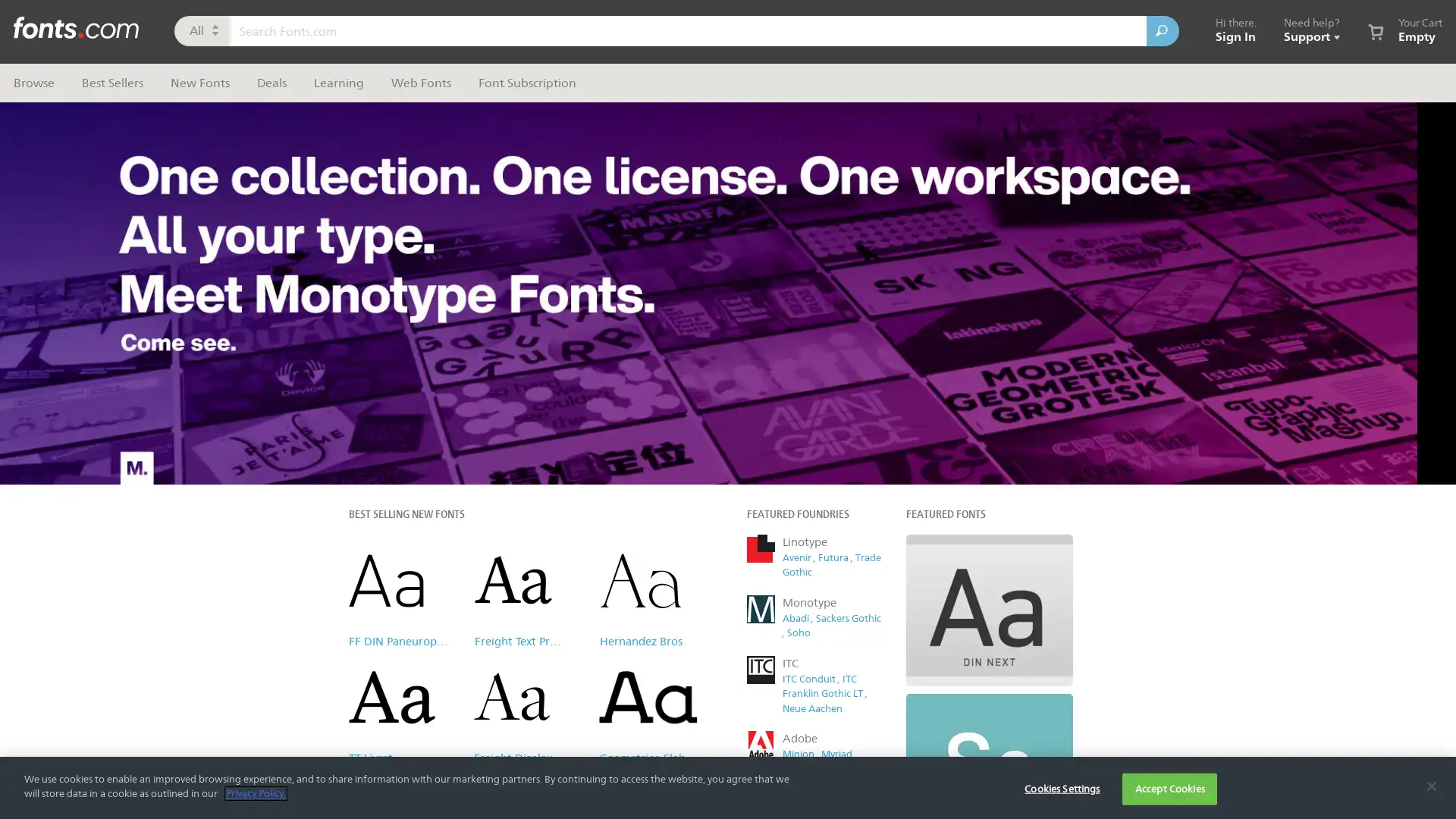 This screenshot has width=1456, height=819. I want to click on Accept Cookies, so click(1169, 788).